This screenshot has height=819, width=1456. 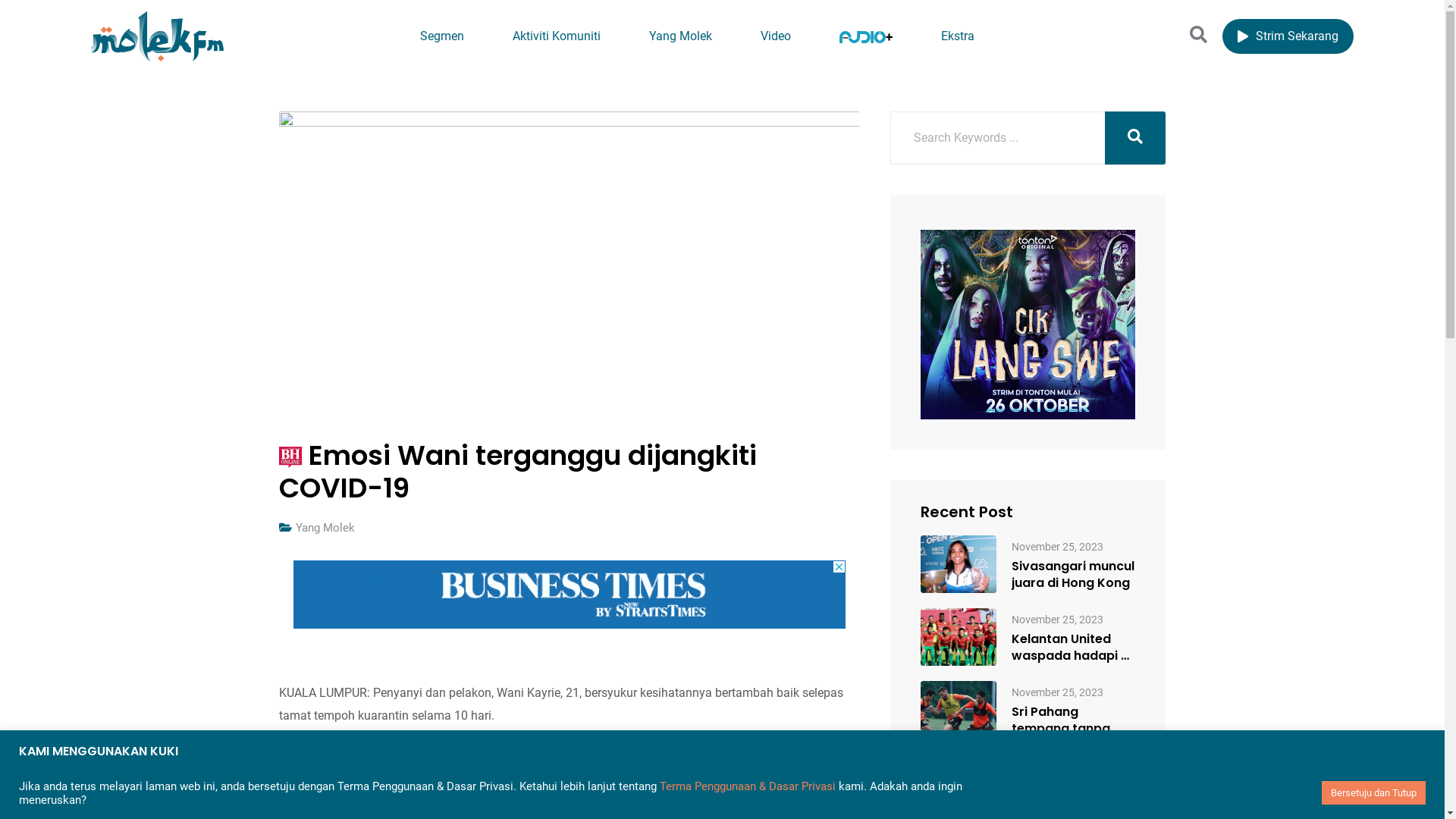 What do you see at coordinates (1072, 647) in the screenshot?
I see `'Kelantan United waspada hadapi KL City'` at bounding box center [1072, 647].